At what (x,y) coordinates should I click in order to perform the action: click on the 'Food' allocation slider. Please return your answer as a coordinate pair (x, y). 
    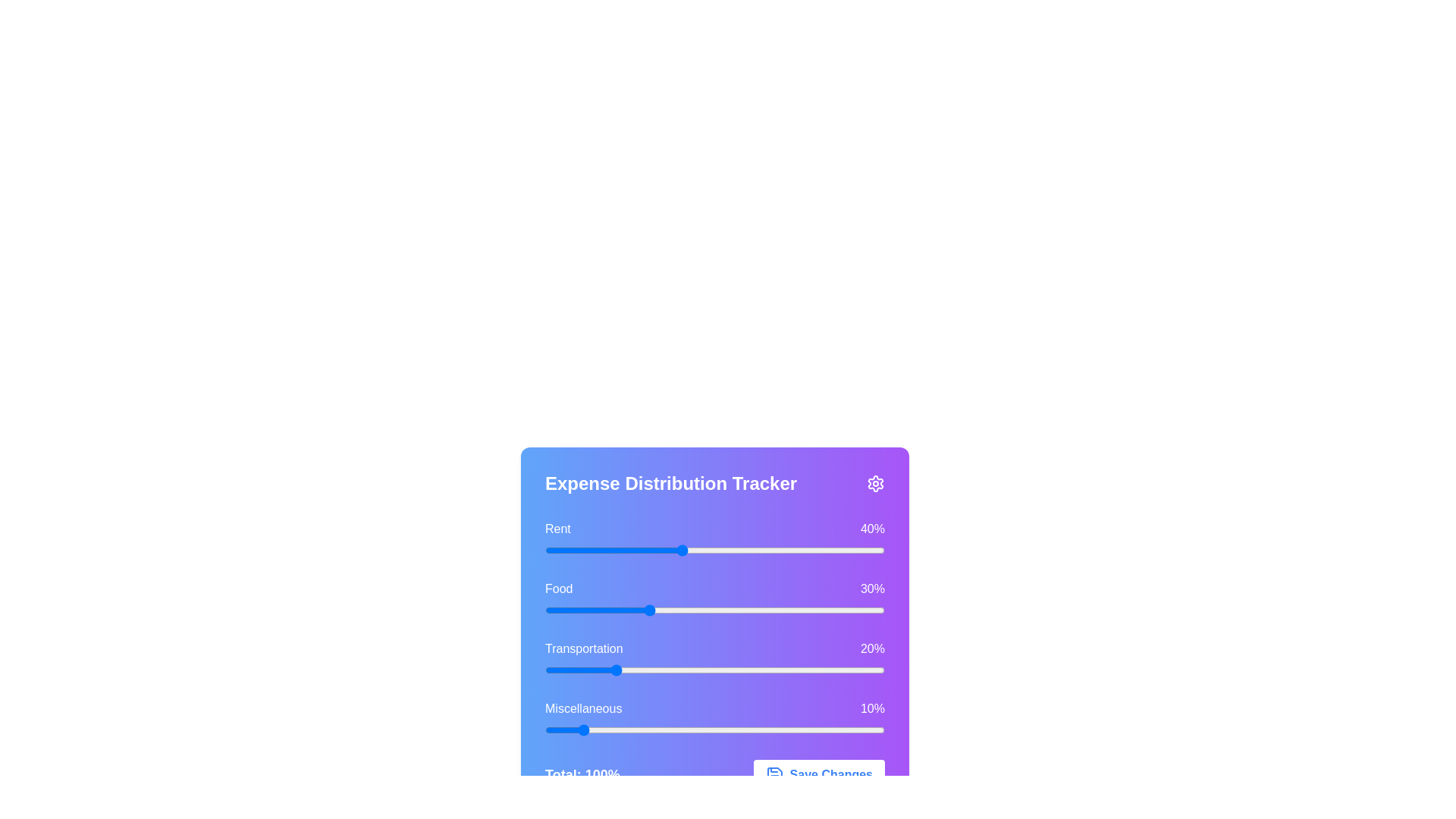
    Looking at the image, I should click on (626, 610).